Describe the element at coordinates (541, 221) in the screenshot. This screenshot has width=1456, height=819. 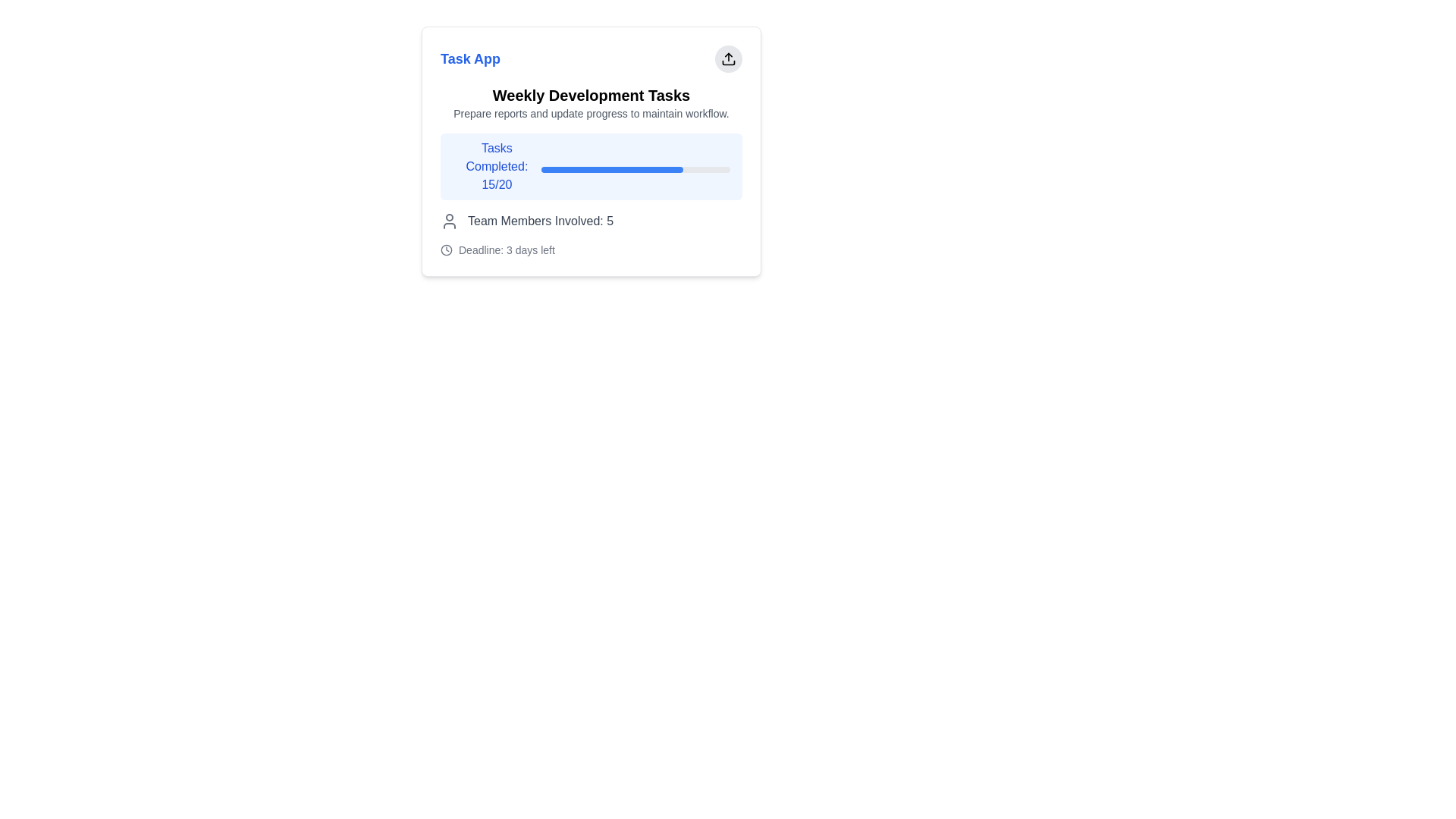
I see `the static text element displaying the number of team members involved in the task, which is currently 5, located in the bottom-left section of the card interface` at that location.